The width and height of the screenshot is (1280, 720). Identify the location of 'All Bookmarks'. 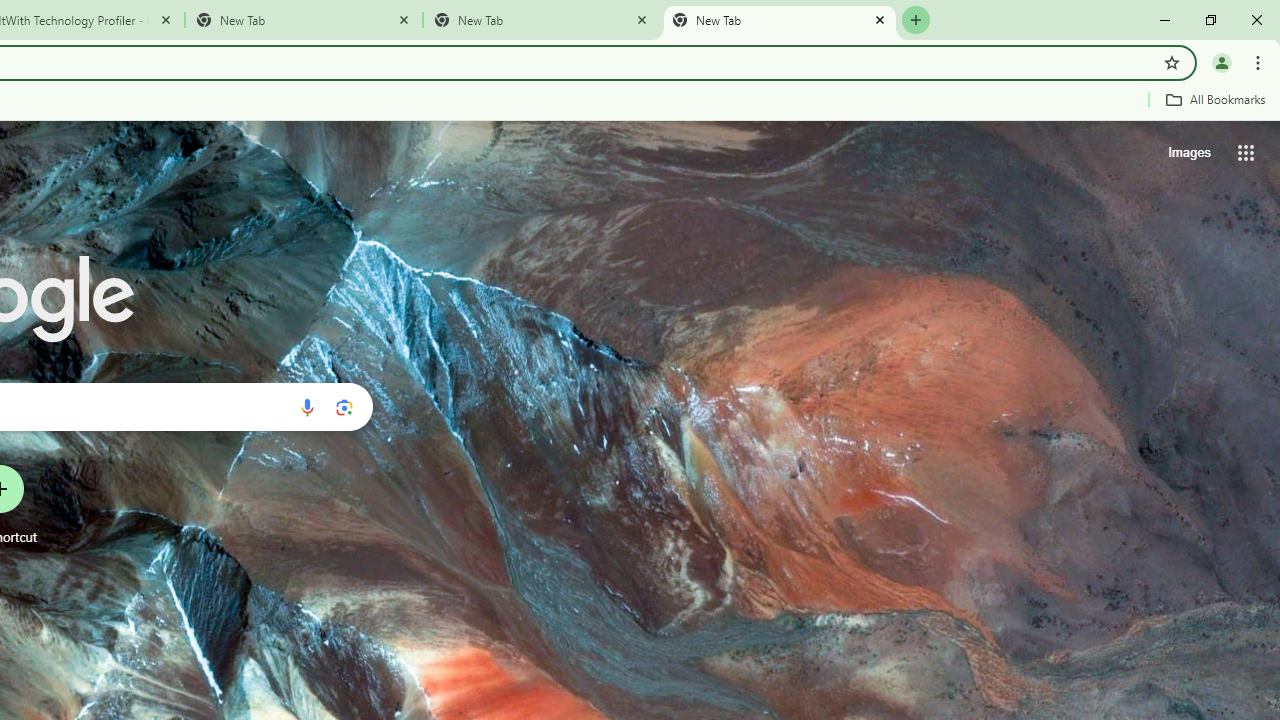
(1214, 99).